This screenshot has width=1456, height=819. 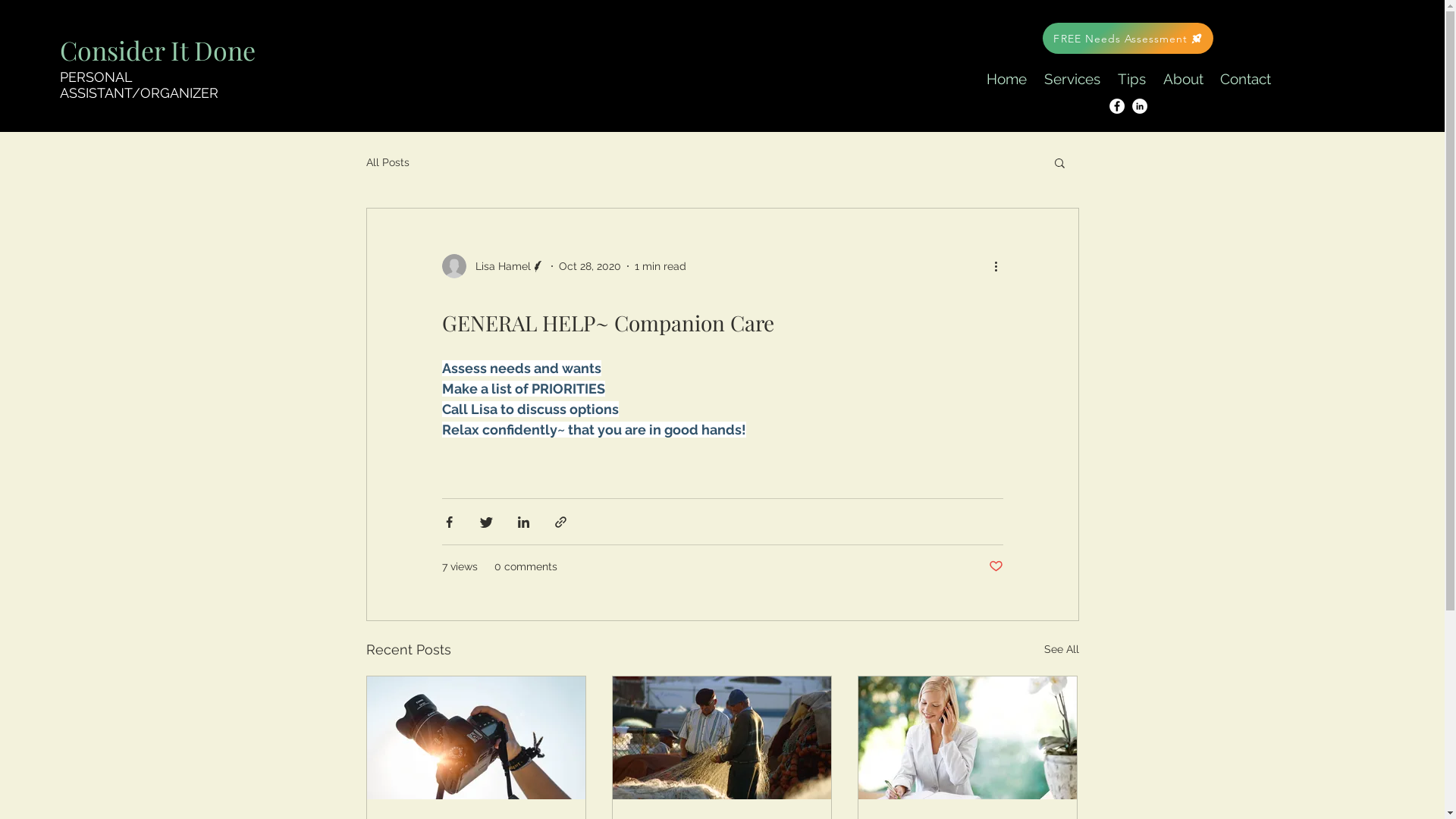 I want to click on 'All Posts', so click(x=387, y=162).